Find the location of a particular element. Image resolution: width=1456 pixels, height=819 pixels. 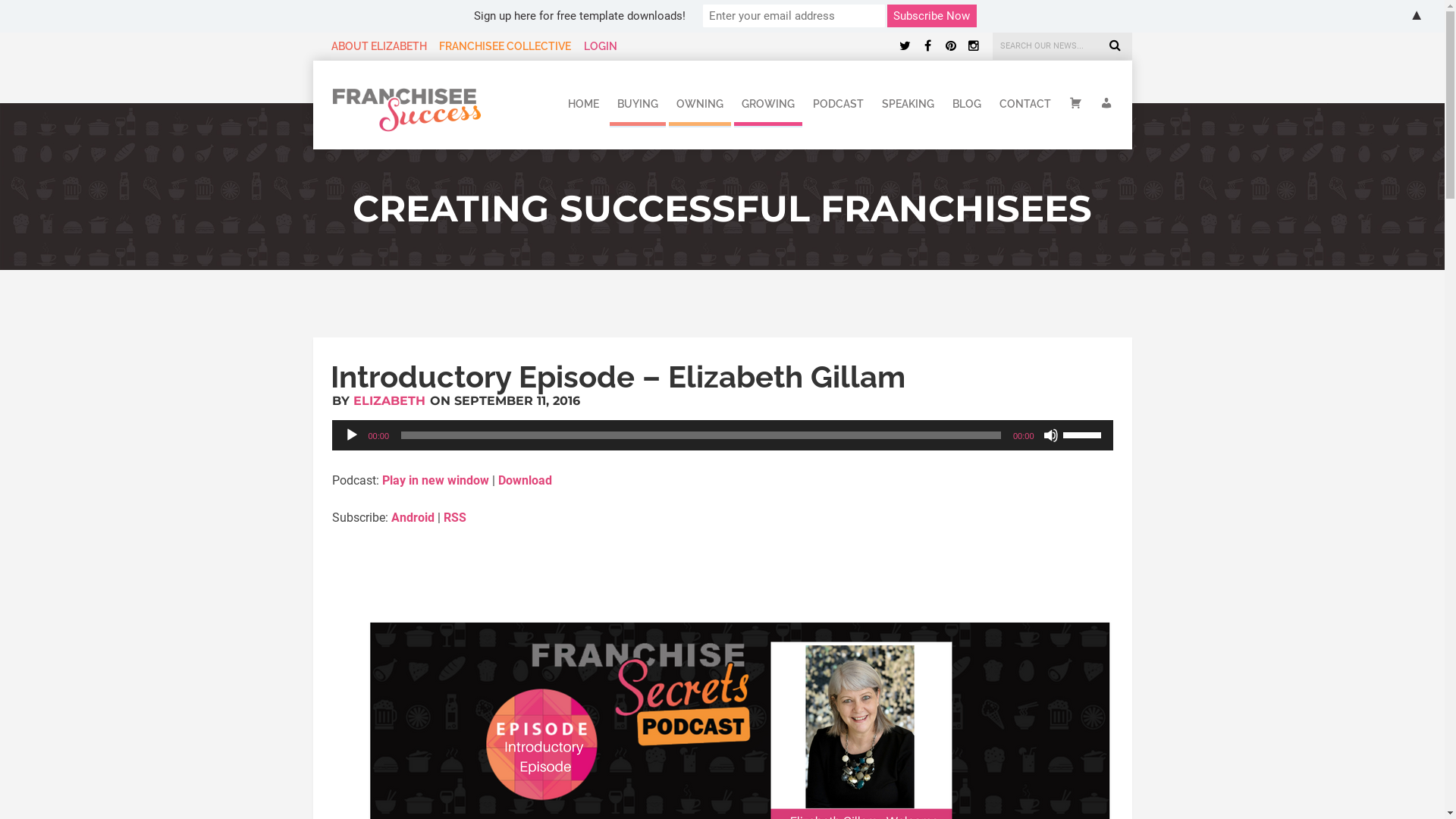

'Facebook' is located at coordinates (915, 45).